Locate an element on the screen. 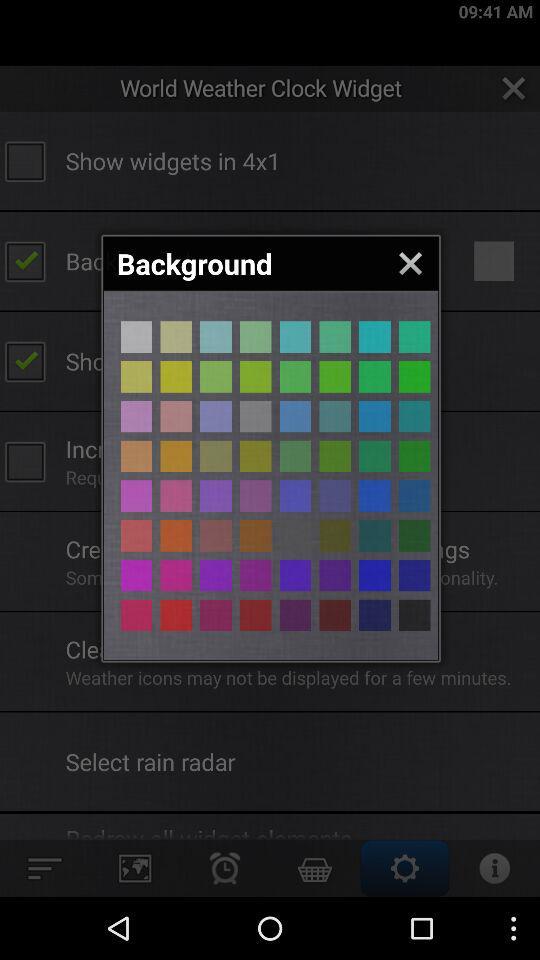  color is located at coordinates (215, 456).